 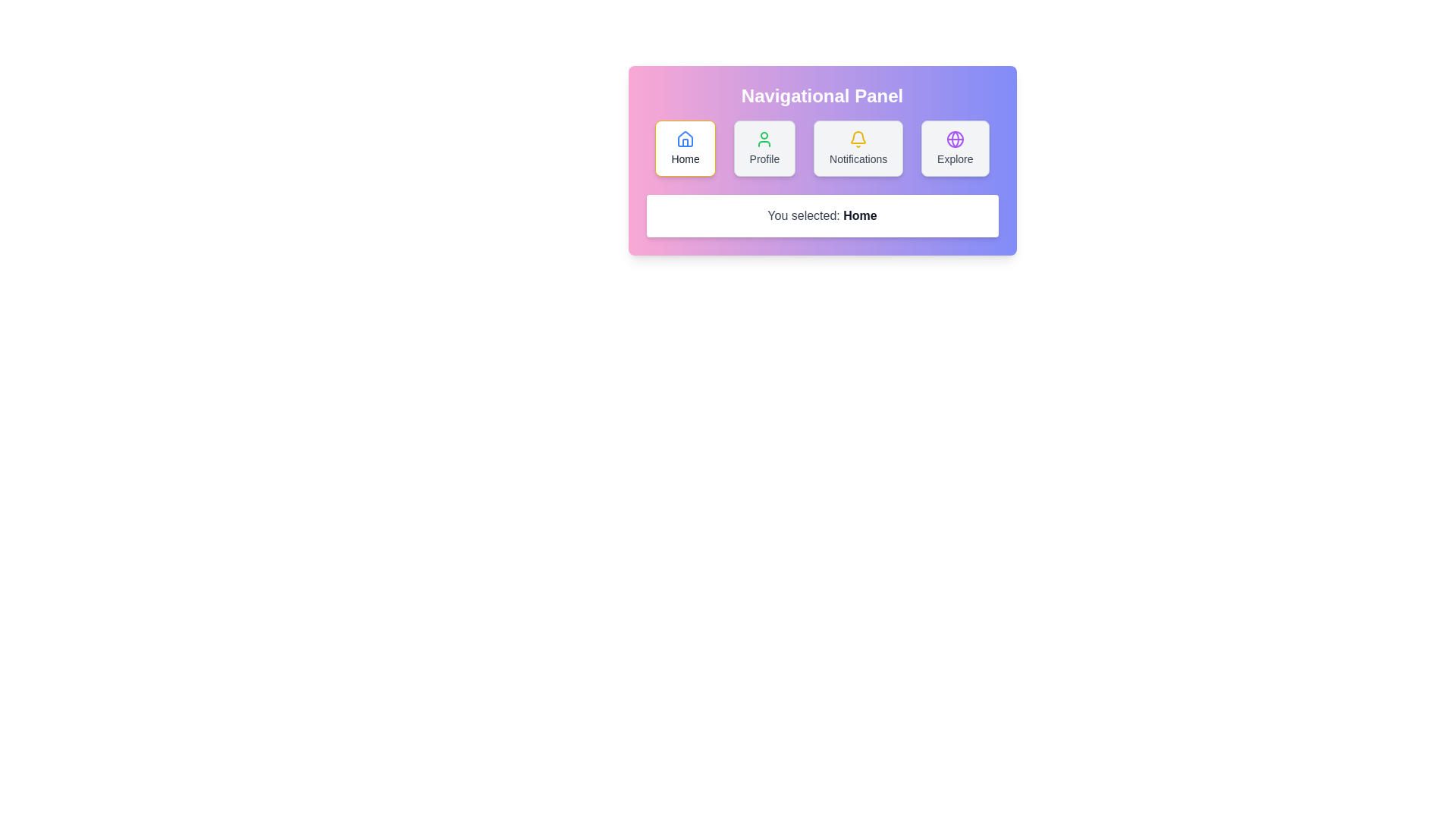 What do you see at coordinates (858, 137) in the screenshot?
I see `the lower part of the bell icon in the 'Notifications' button located in the navigation panel, which is the third button from the left` at bounding box center [858, 137].